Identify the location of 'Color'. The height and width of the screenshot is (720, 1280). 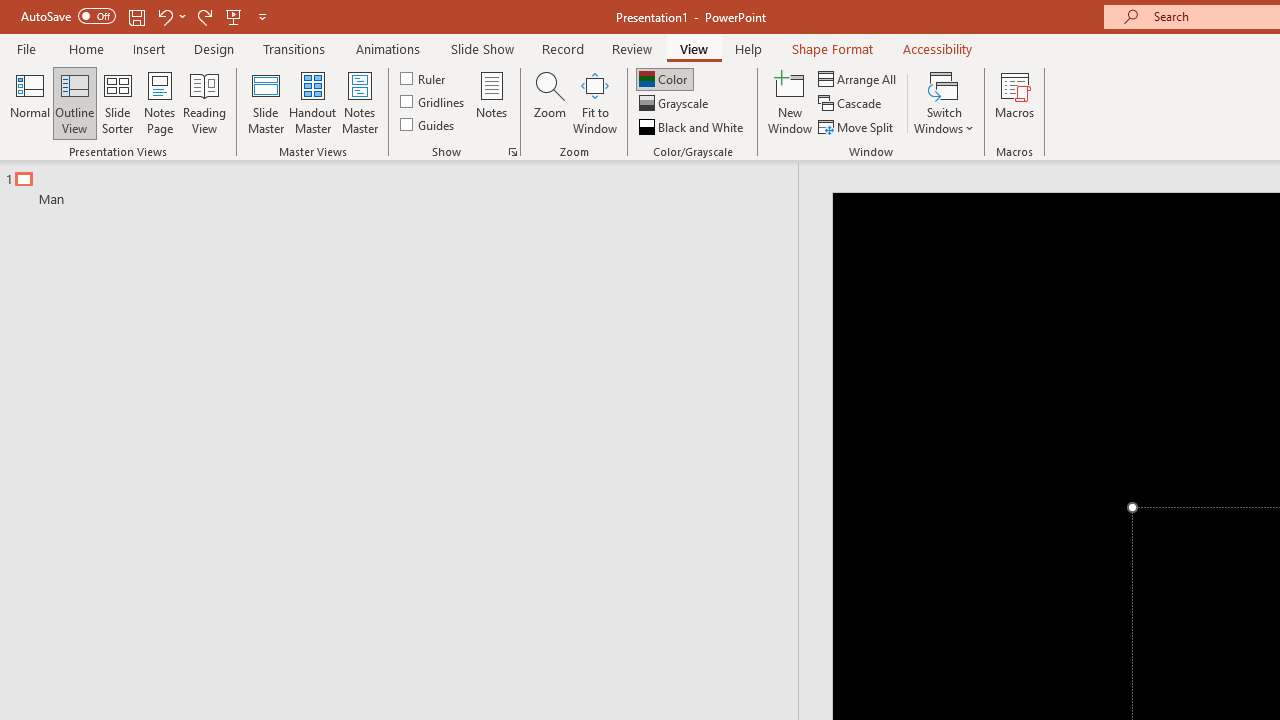
(664, 78).